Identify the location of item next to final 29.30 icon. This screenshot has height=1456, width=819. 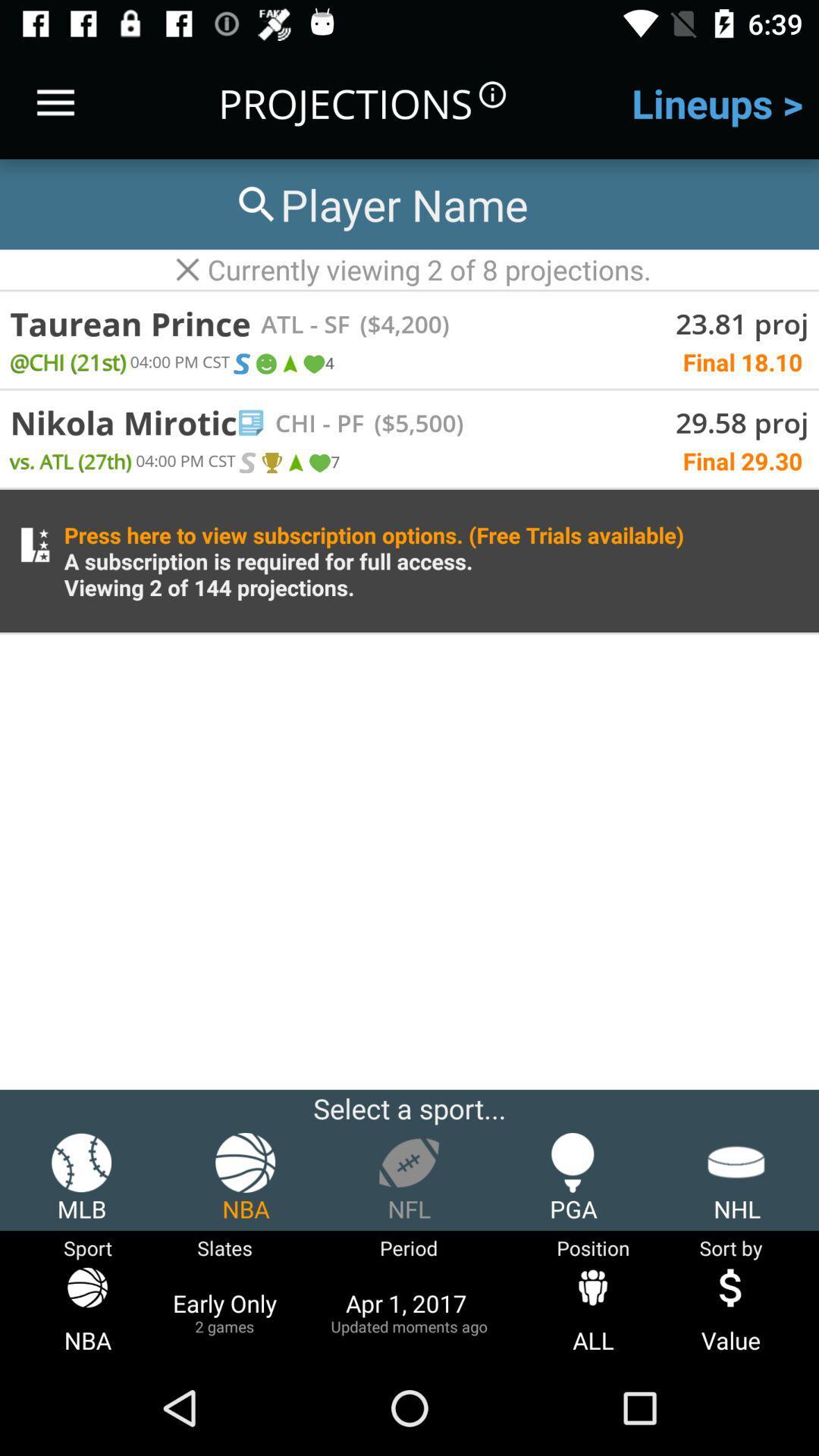
(318, 462).